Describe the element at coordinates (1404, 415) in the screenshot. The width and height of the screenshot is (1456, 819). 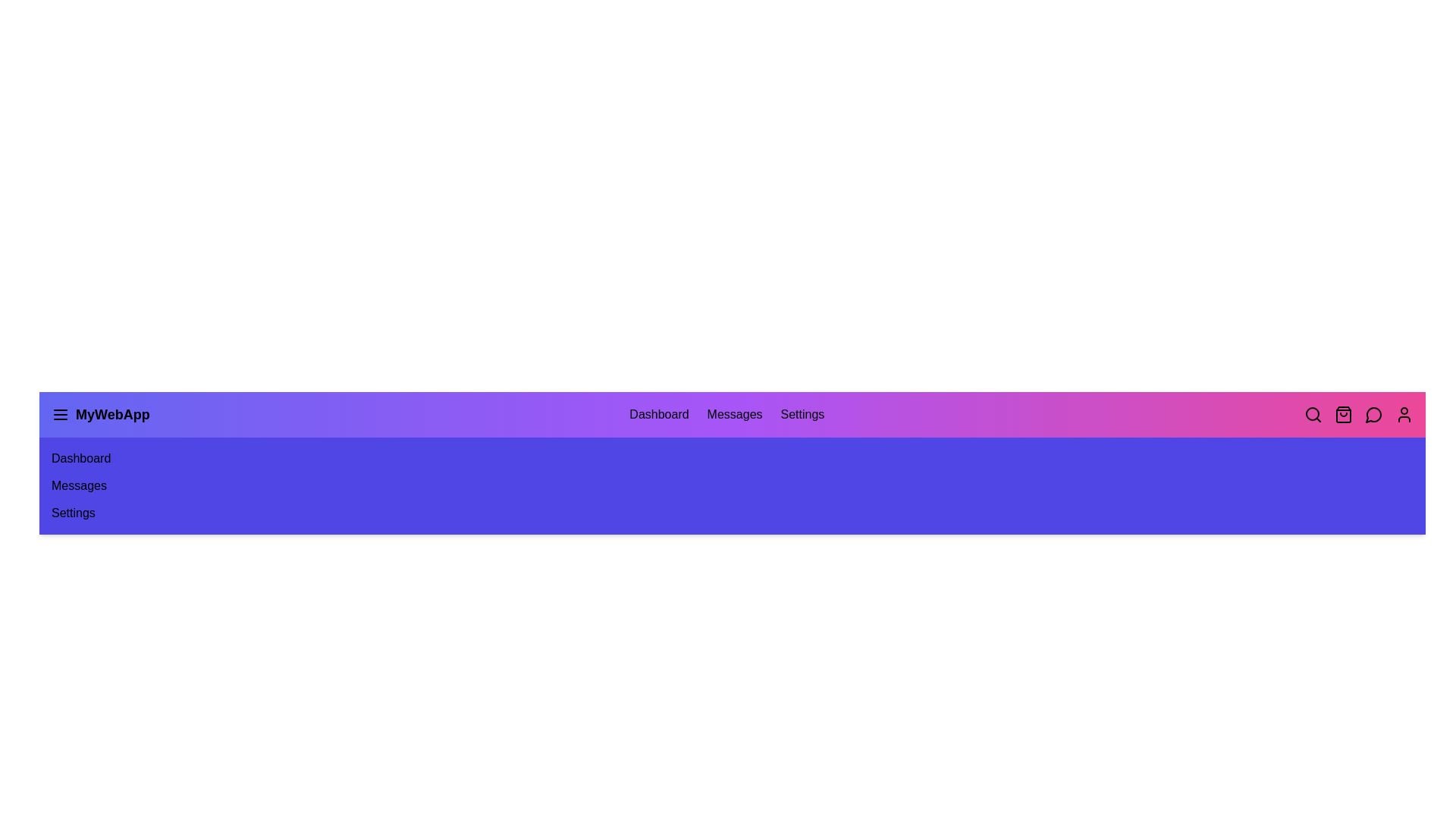
I see `the user icon in the EnhancedAppBar` at that location.